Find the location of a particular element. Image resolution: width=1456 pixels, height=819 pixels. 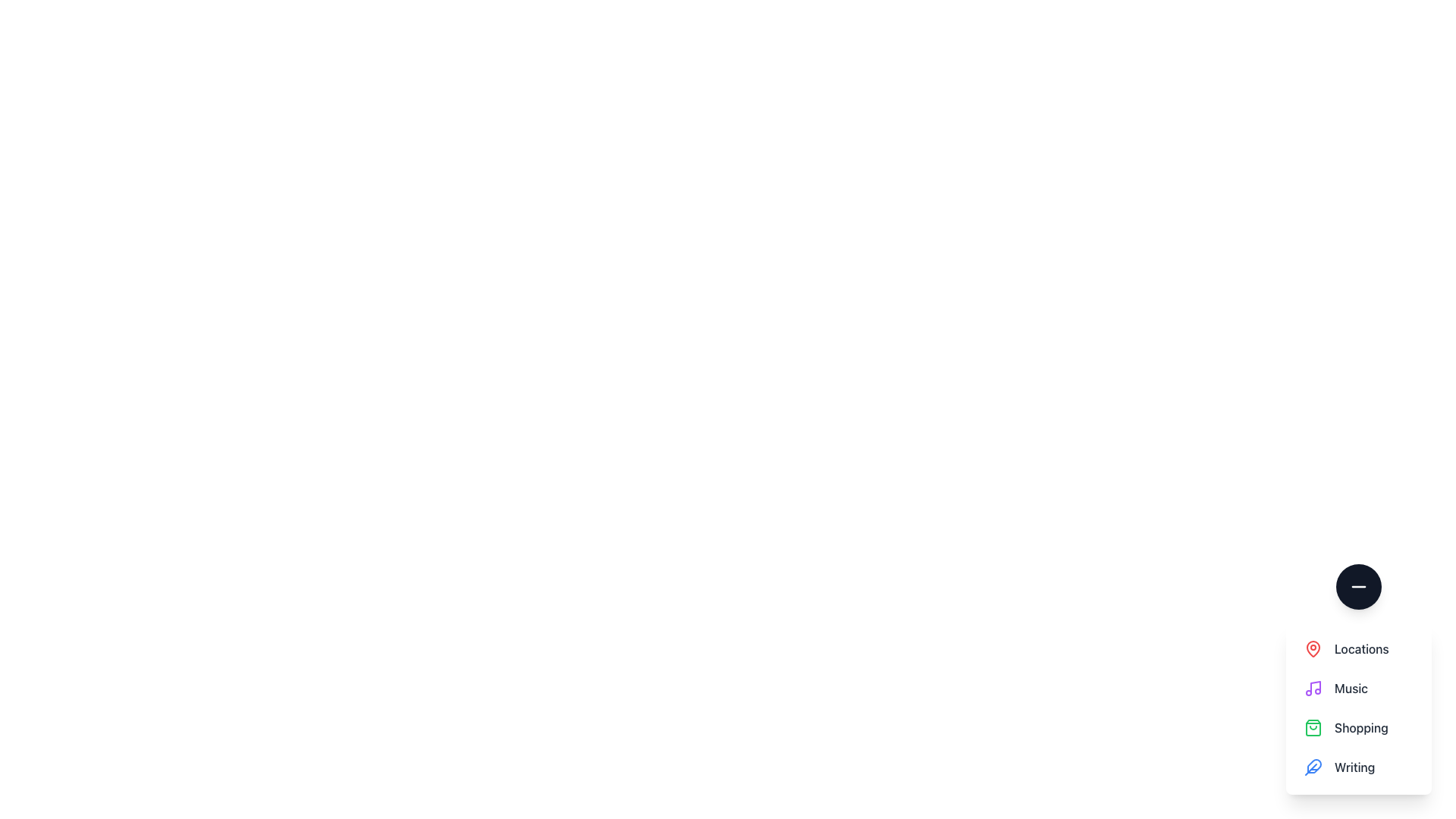

the 'Locations' text label, which is displayed in dark gray color and is positioned next to a red map pin icon in a vertical list of options is located at coordinates (1361, 648).